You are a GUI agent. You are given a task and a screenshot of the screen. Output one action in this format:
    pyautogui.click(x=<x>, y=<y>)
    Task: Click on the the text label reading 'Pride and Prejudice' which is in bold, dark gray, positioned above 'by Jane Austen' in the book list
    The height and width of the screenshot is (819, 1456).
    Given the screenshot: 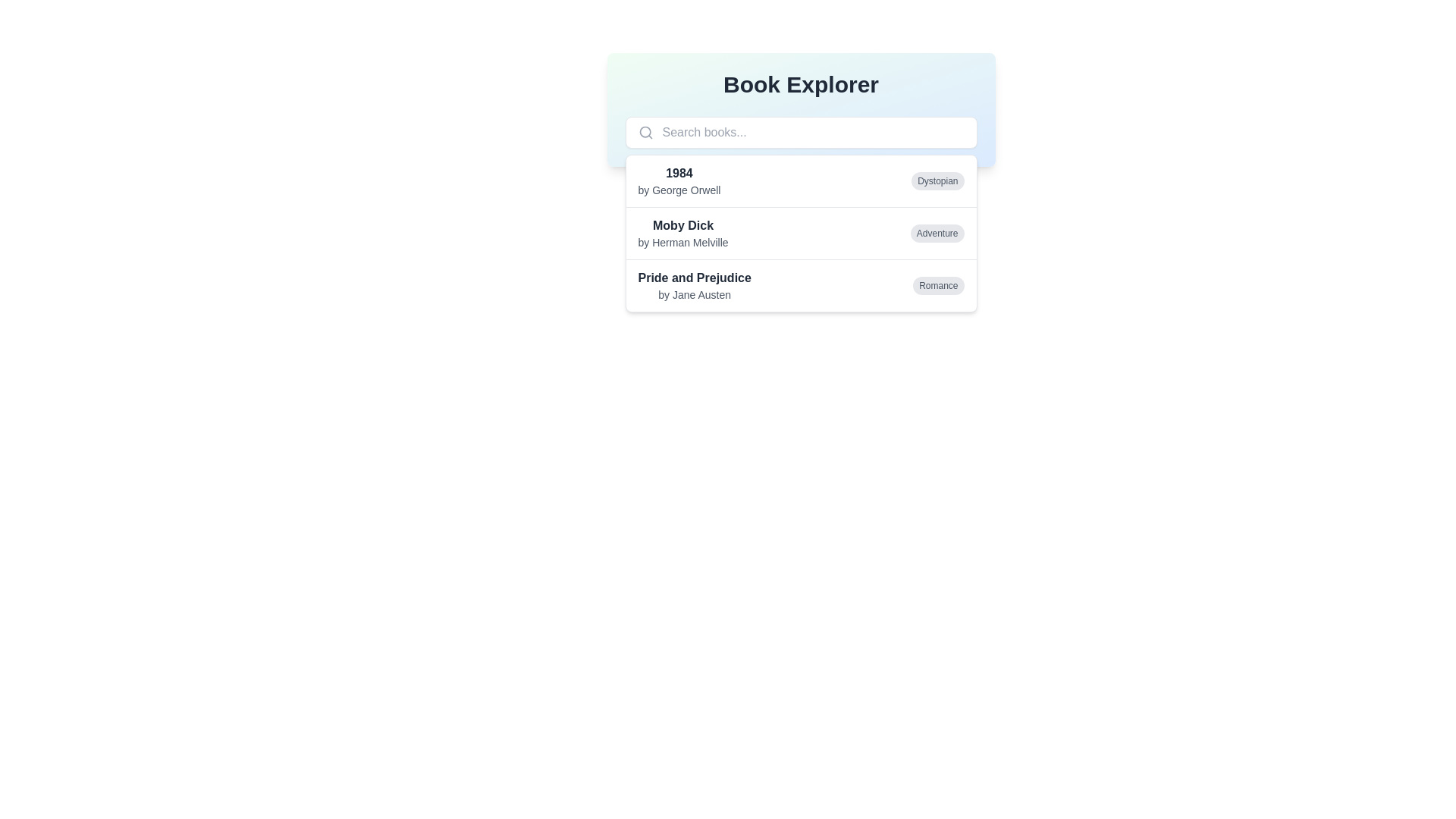 What is the action you would take?
    pyautogui.click(x=694, y=278)
    